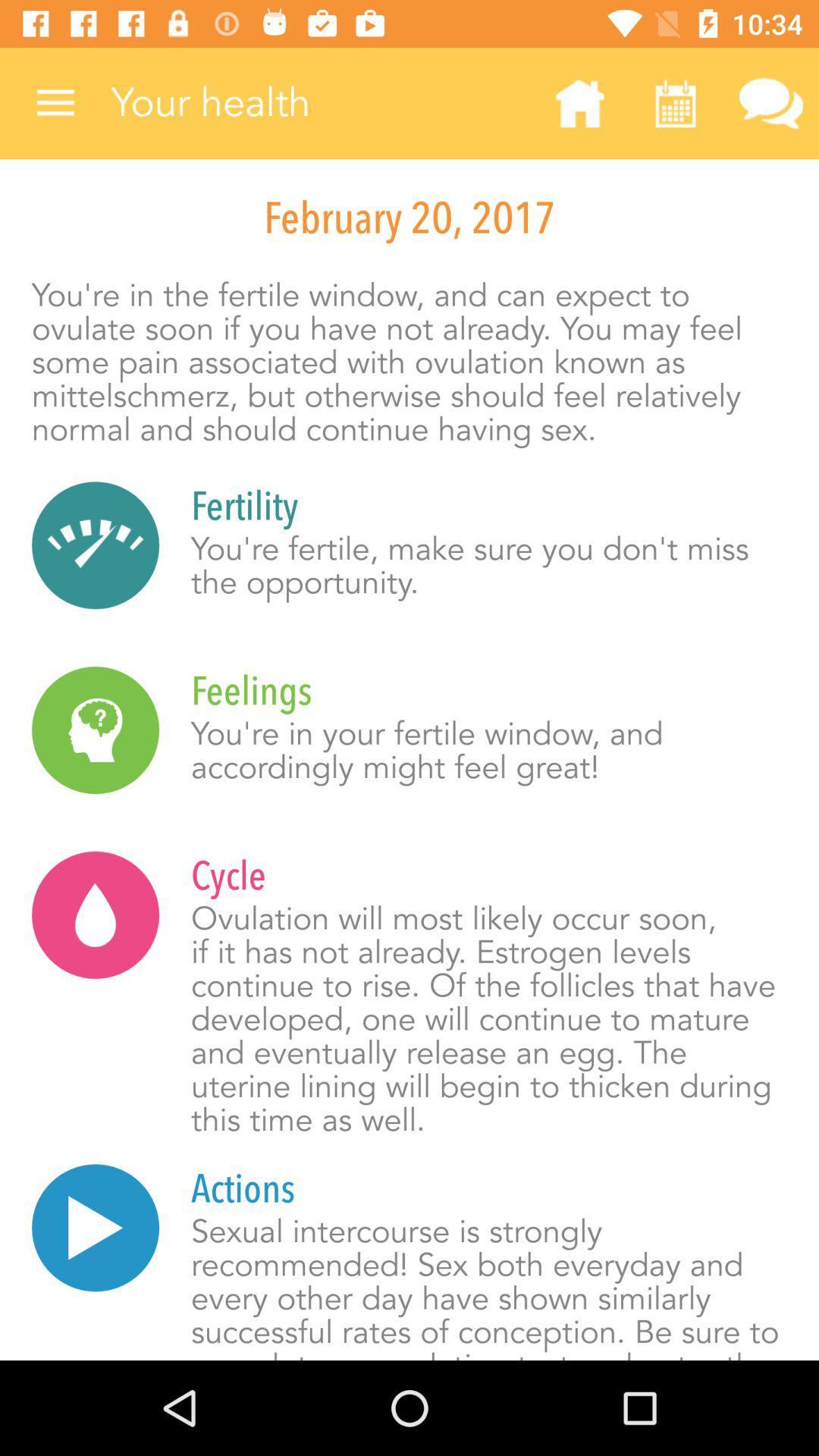 The width and height of the screenshot is (819, 1456). Describe the element at coordinates (321, 102) in the screenshot. I see `icon above the february 20, 2017 item` at that location.